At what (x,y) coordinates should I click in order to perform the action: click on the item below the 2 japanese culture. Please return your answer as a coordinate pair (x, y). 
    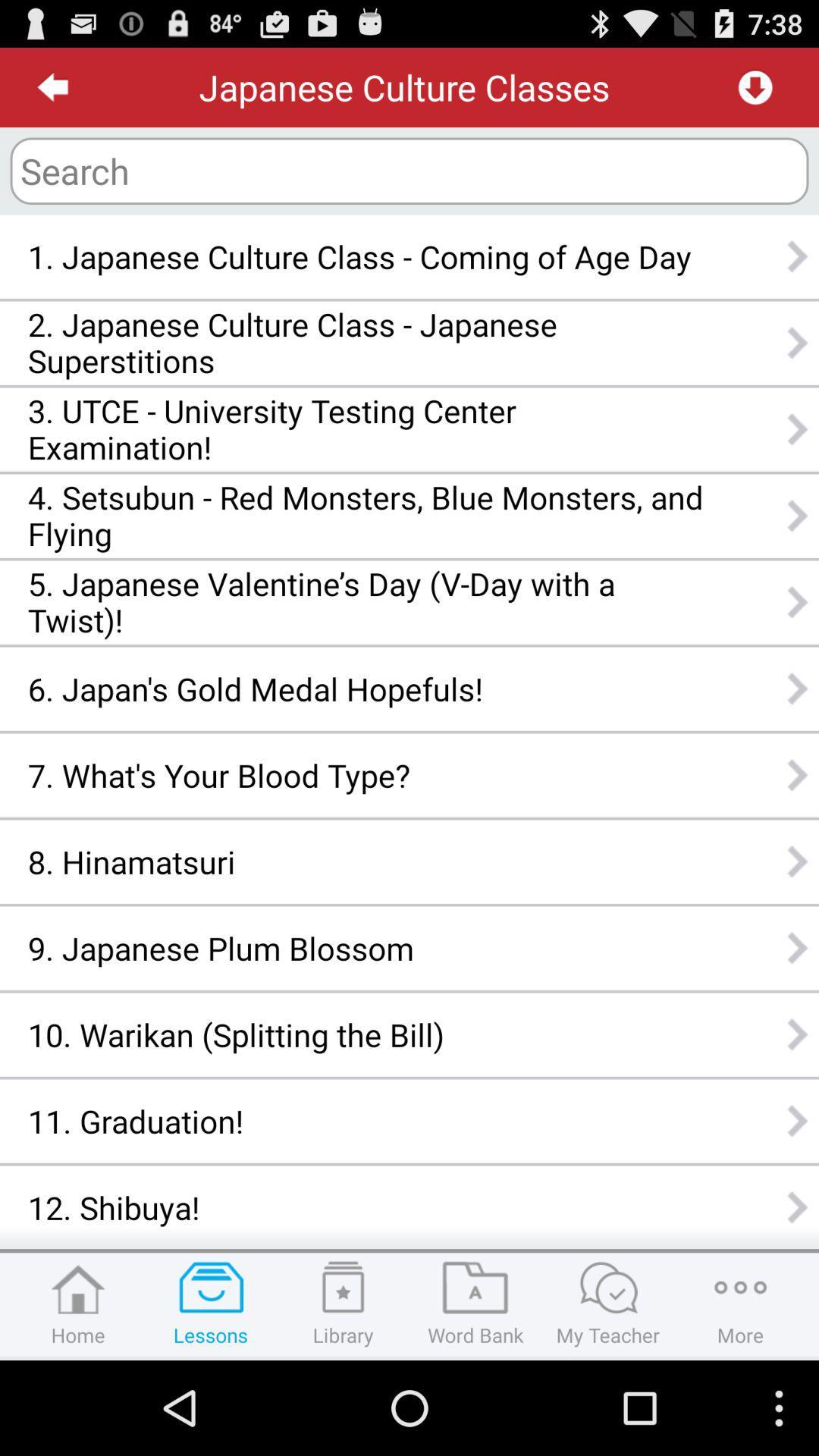
    Looking at the image, I should click on (366, 428).